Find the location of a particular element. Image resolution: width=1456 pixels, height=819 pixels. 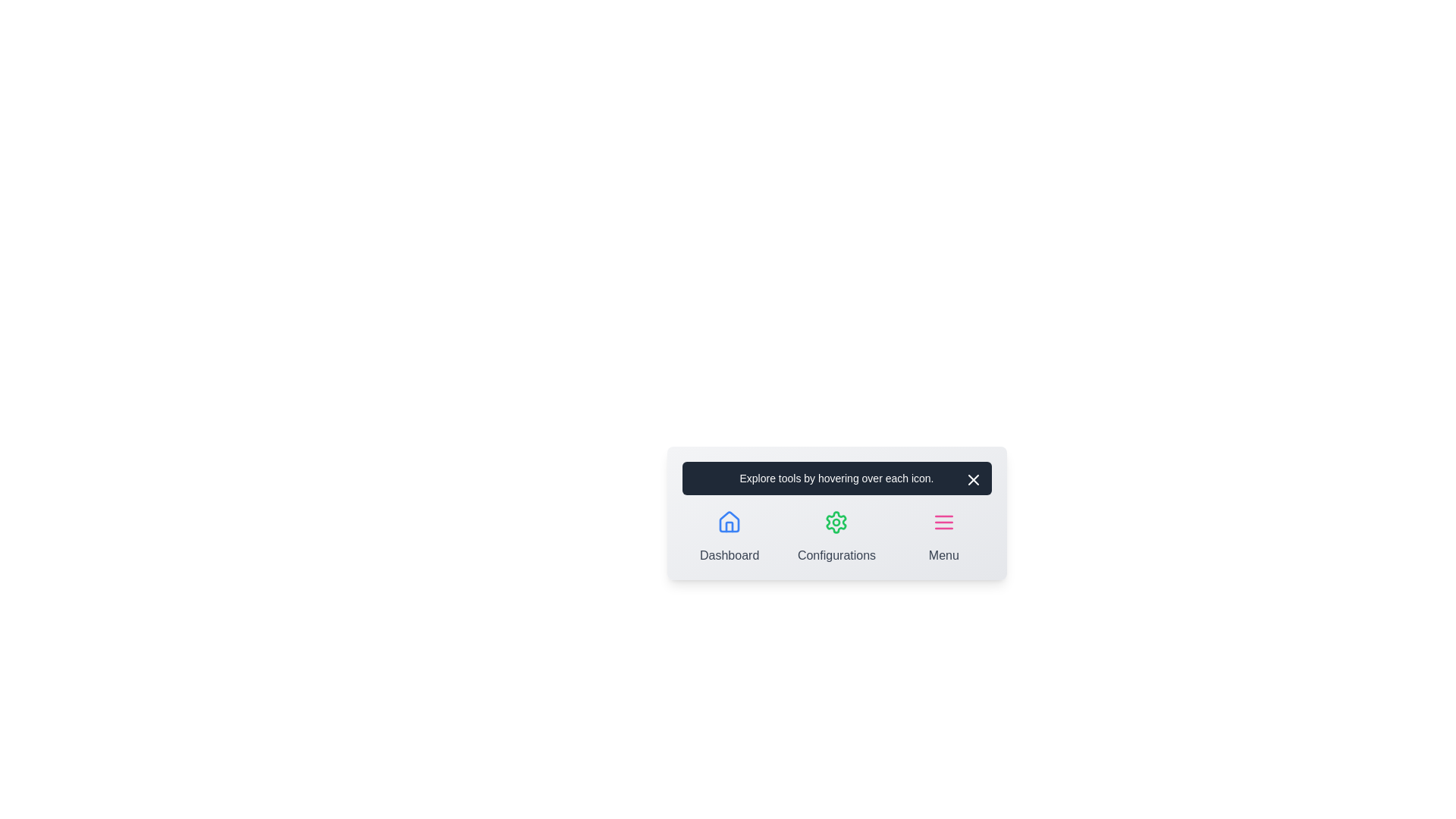

the configuration/settings icon located is located at coordinates (836, 522).